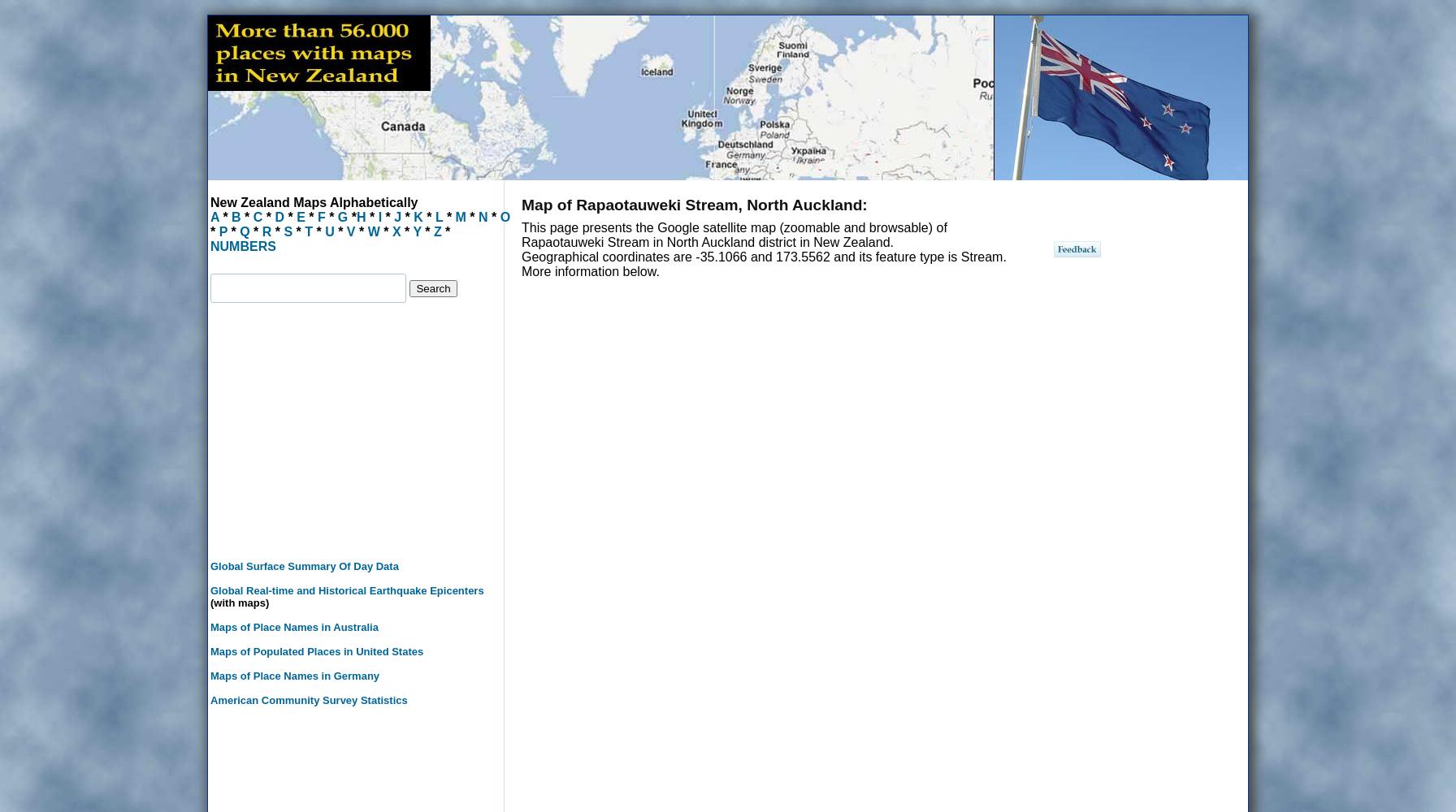  Describe the element at coordinates (522, 205) in the screenshot. I see `'Map of Rapaotauweki Stream, North Auckland:'` at that location.